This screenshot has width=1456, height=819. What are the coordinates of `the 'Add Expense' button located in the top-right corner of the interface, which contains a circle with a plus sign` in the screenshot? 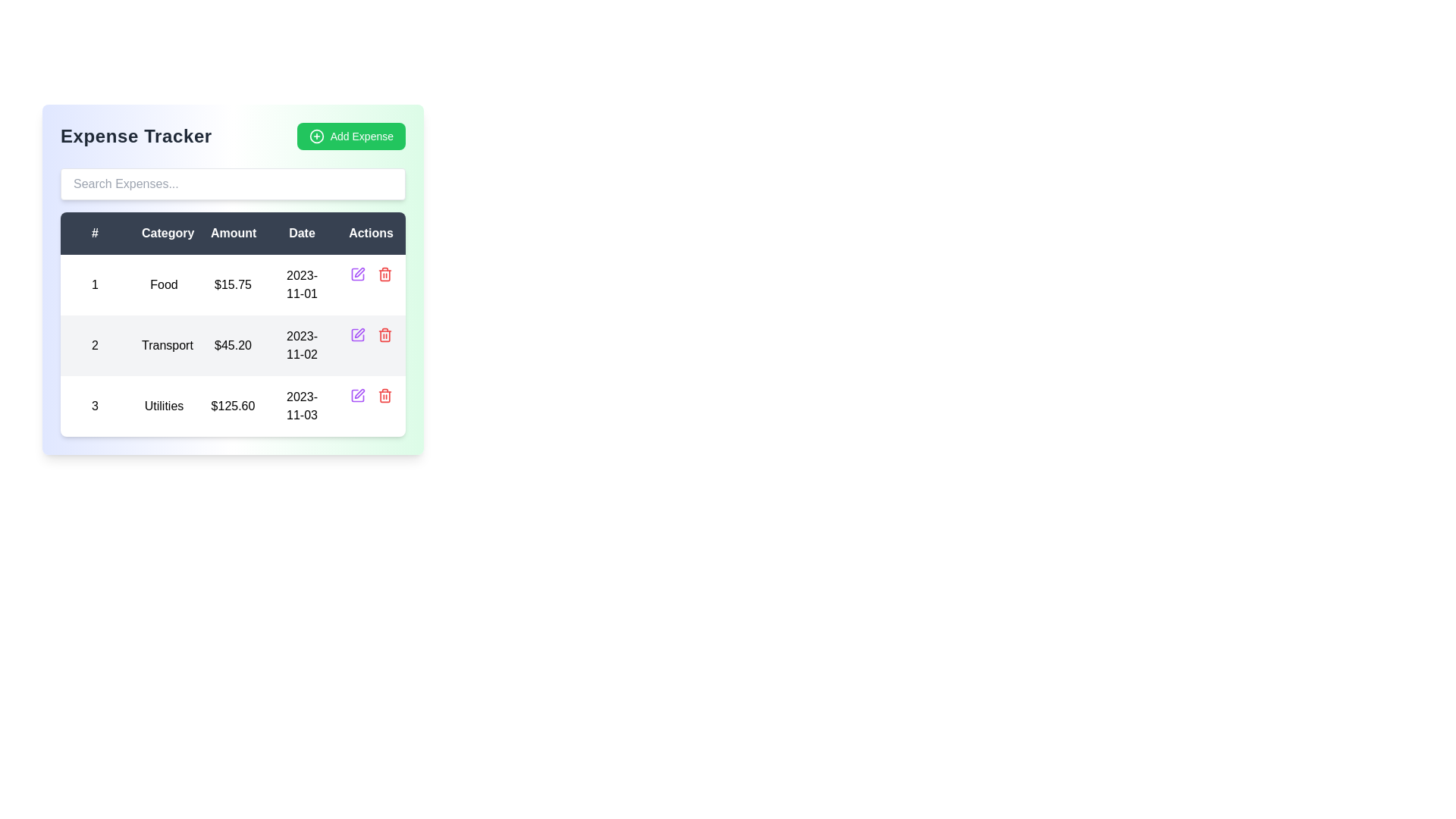 It's located at (315, 136).